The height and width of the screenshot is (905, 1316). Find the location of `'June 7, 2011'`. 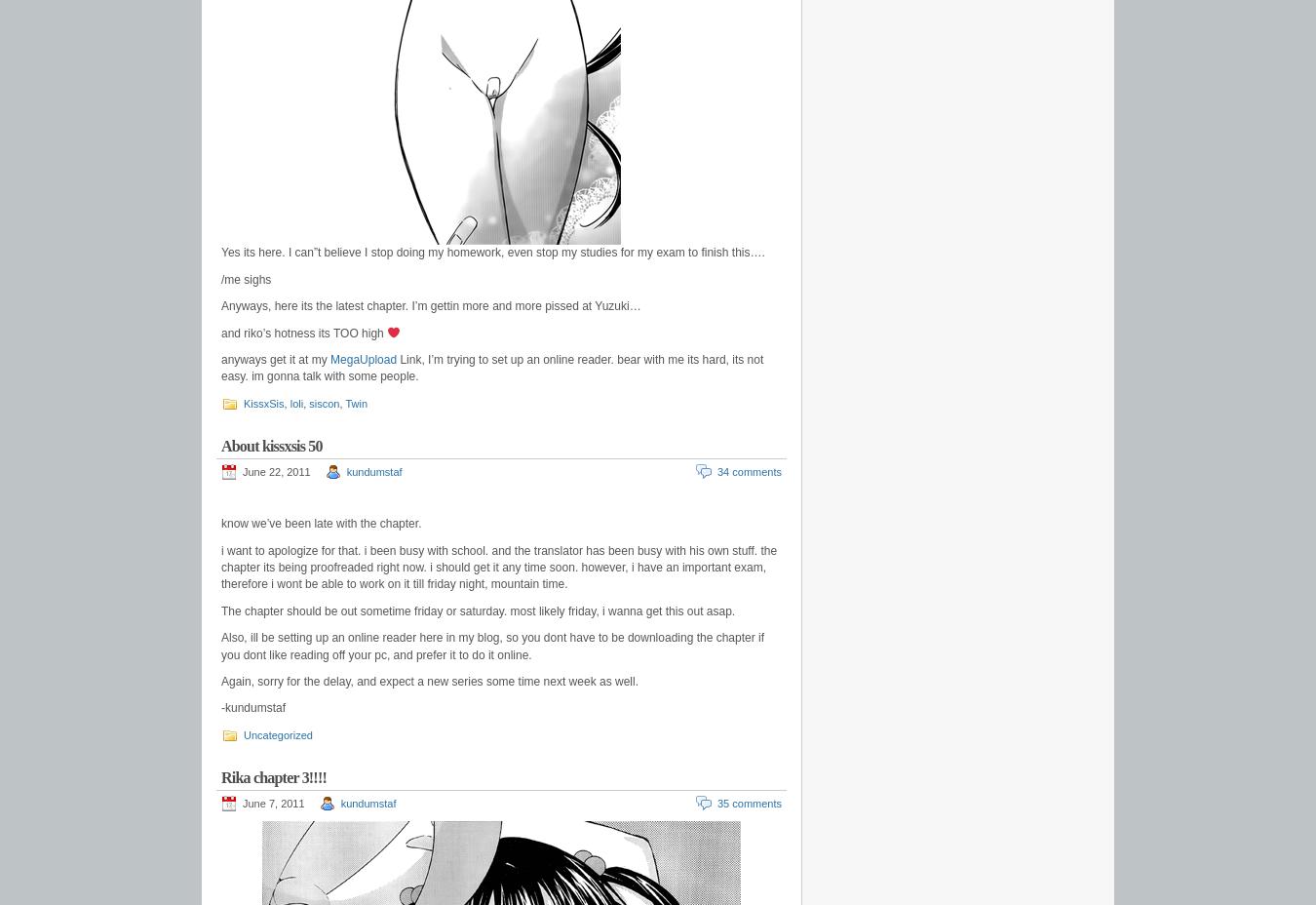

'June 7, 2011' is located at coordinates (272, 803).